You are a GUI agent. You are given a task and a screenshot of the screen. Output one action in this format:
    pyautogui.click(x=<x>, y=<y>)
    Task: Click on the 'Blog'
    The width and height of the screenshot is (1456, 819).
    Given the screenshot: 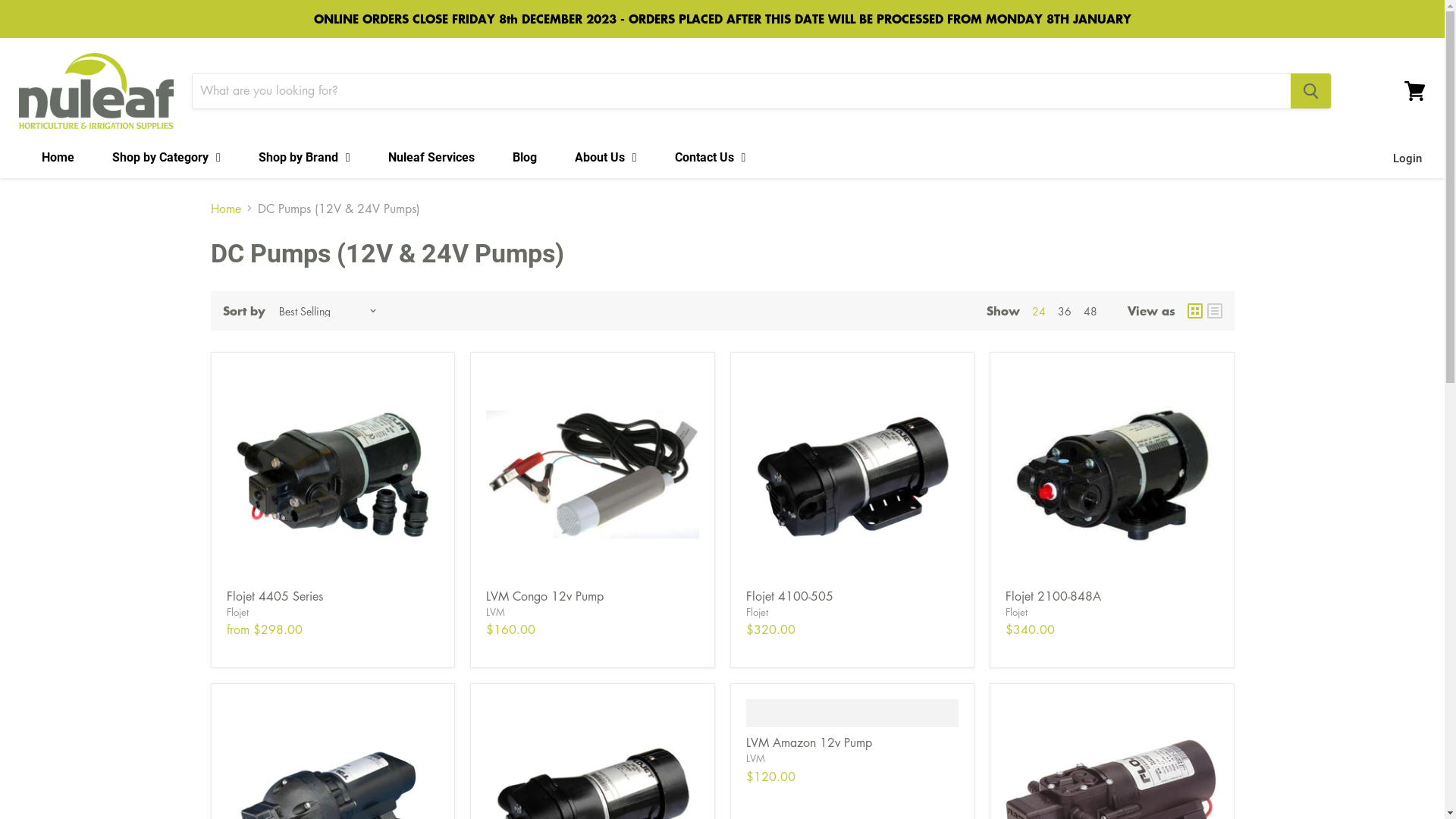 What is the action you would take?
    pyautogui.click(x=520, y=157)
    